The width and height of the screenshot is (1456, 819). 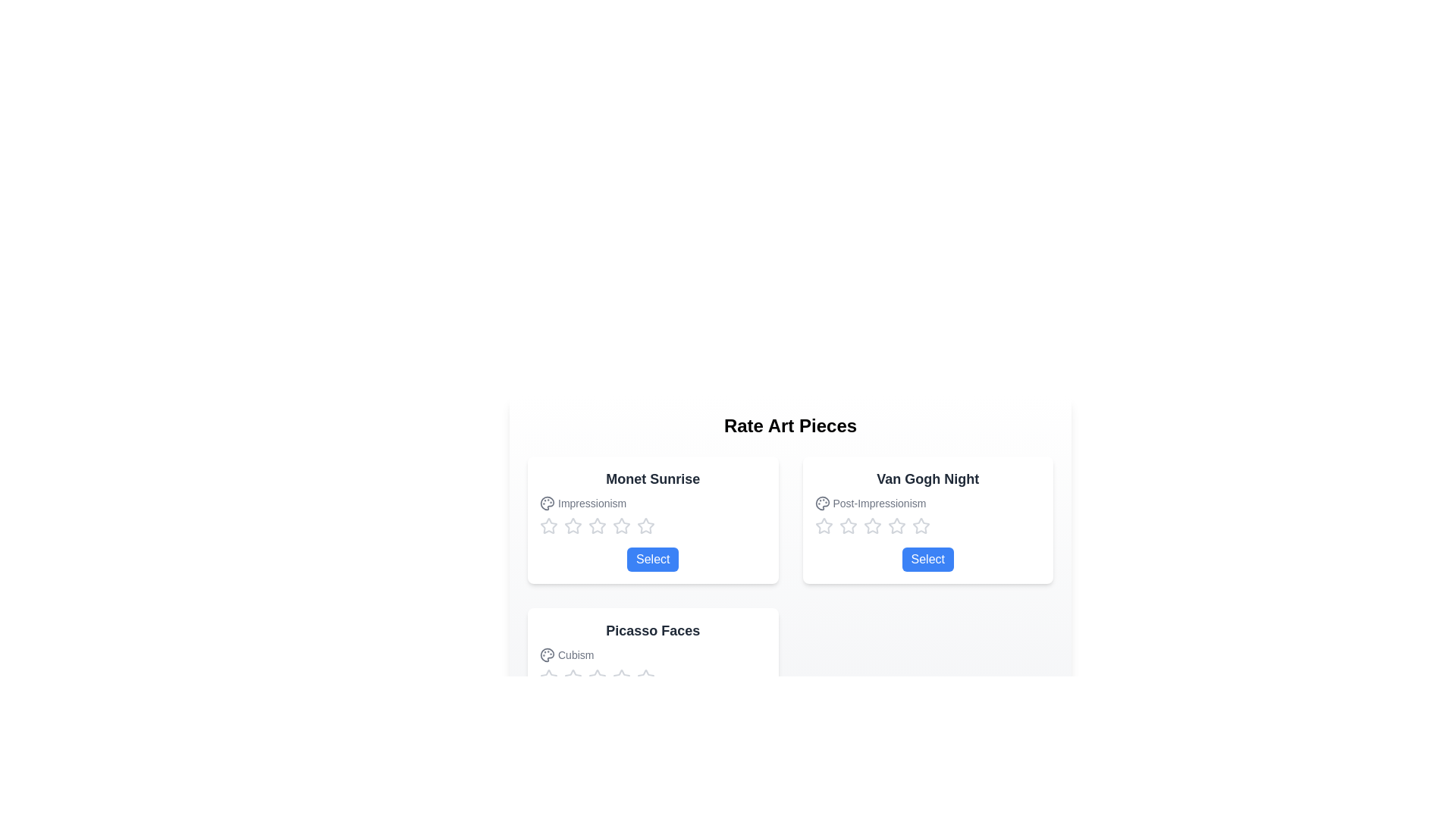 What do you see at coordinates (645, 525) in the screenshot?
I see `the fourth star-shaped icon in the rating section below the 'Monet Sunrise' artwork card` at bounding box center [645, 525].